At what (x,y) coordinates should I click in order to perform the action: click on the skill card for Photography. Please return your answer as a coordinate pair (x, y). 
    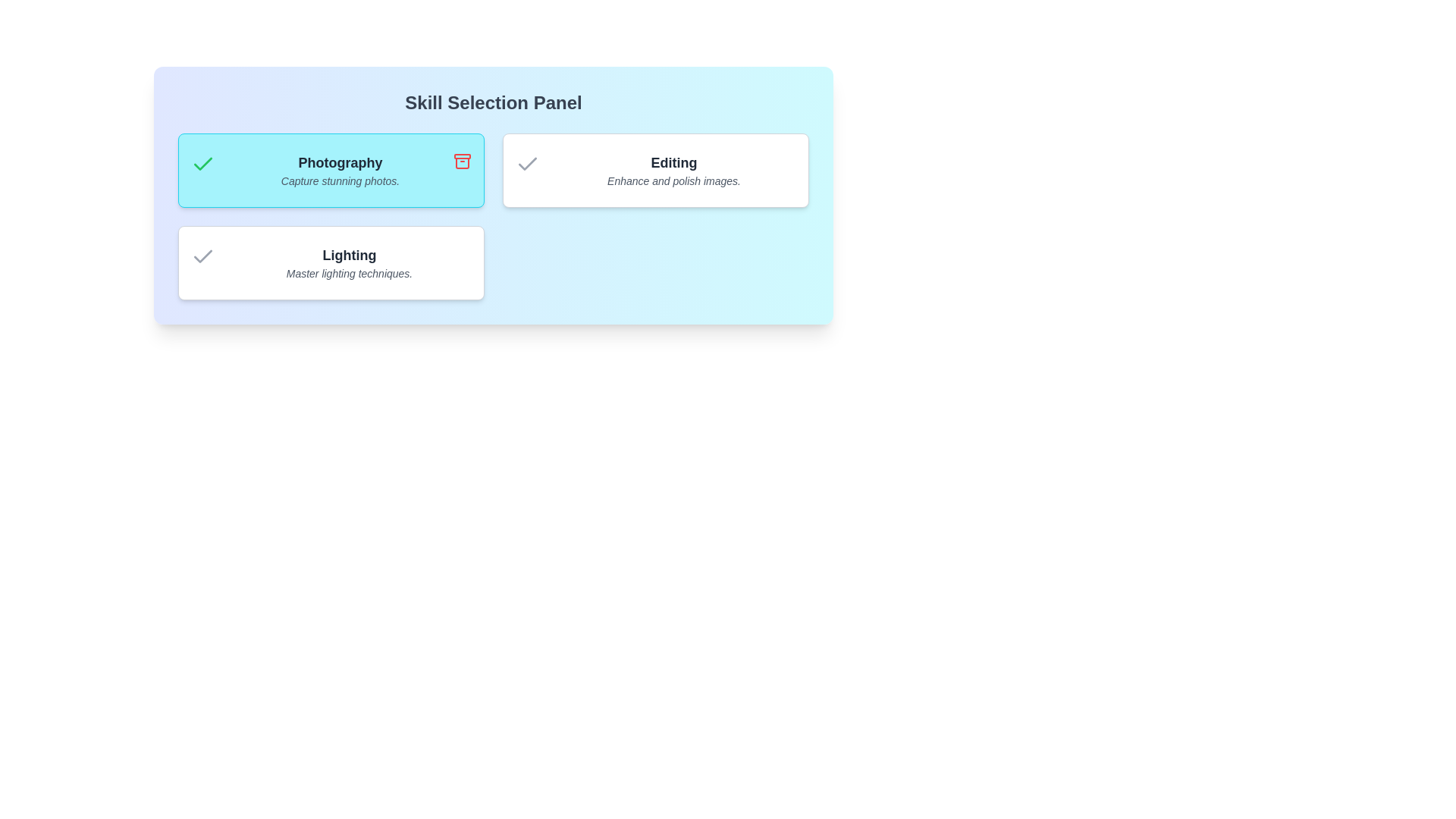
    Looking at the image, I should click on (330, 170).